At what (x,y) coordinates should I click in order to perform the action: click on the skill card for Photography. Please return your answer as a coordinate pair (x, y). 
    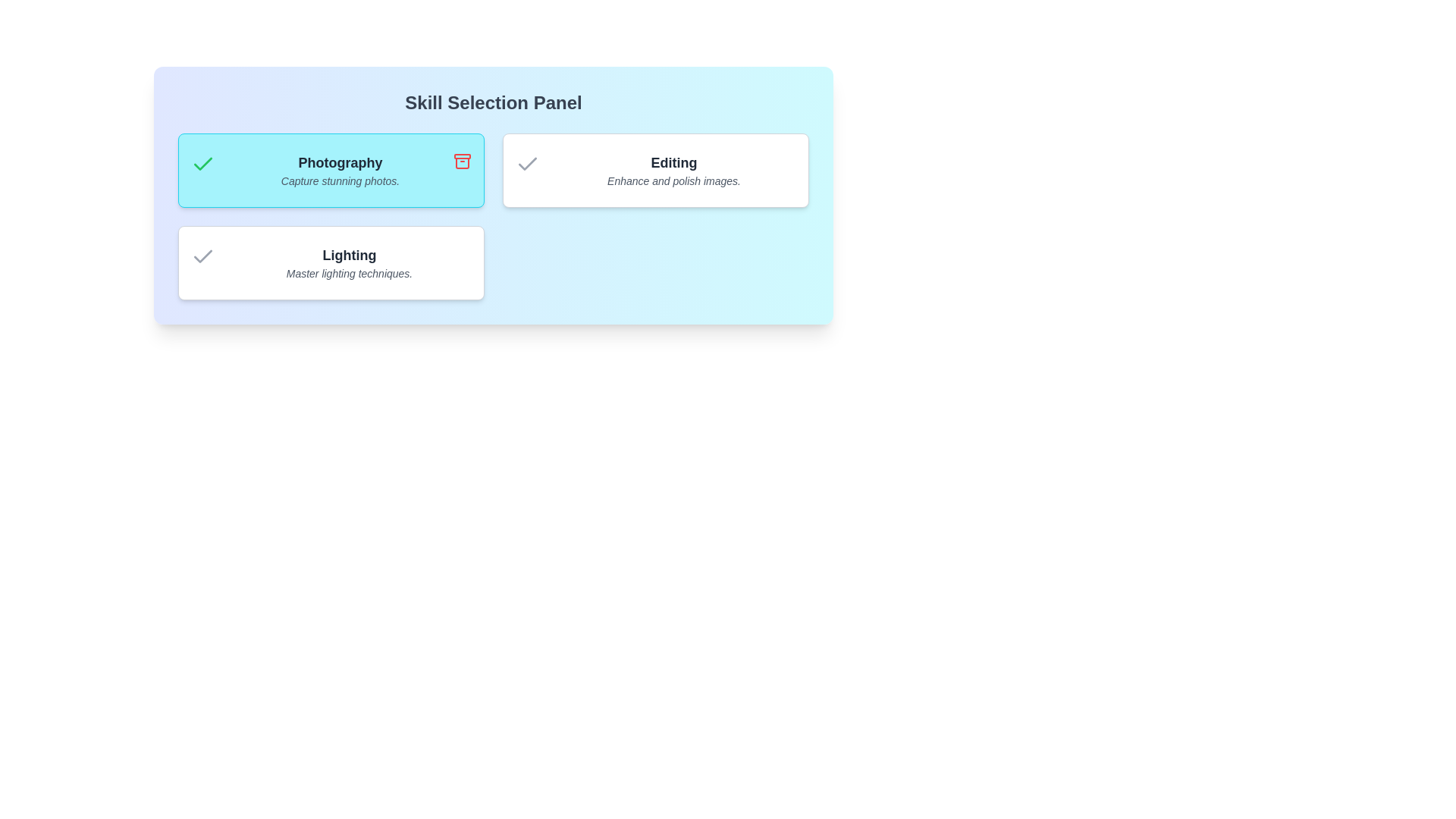
    Looking at the image, I should click on (330, 170).